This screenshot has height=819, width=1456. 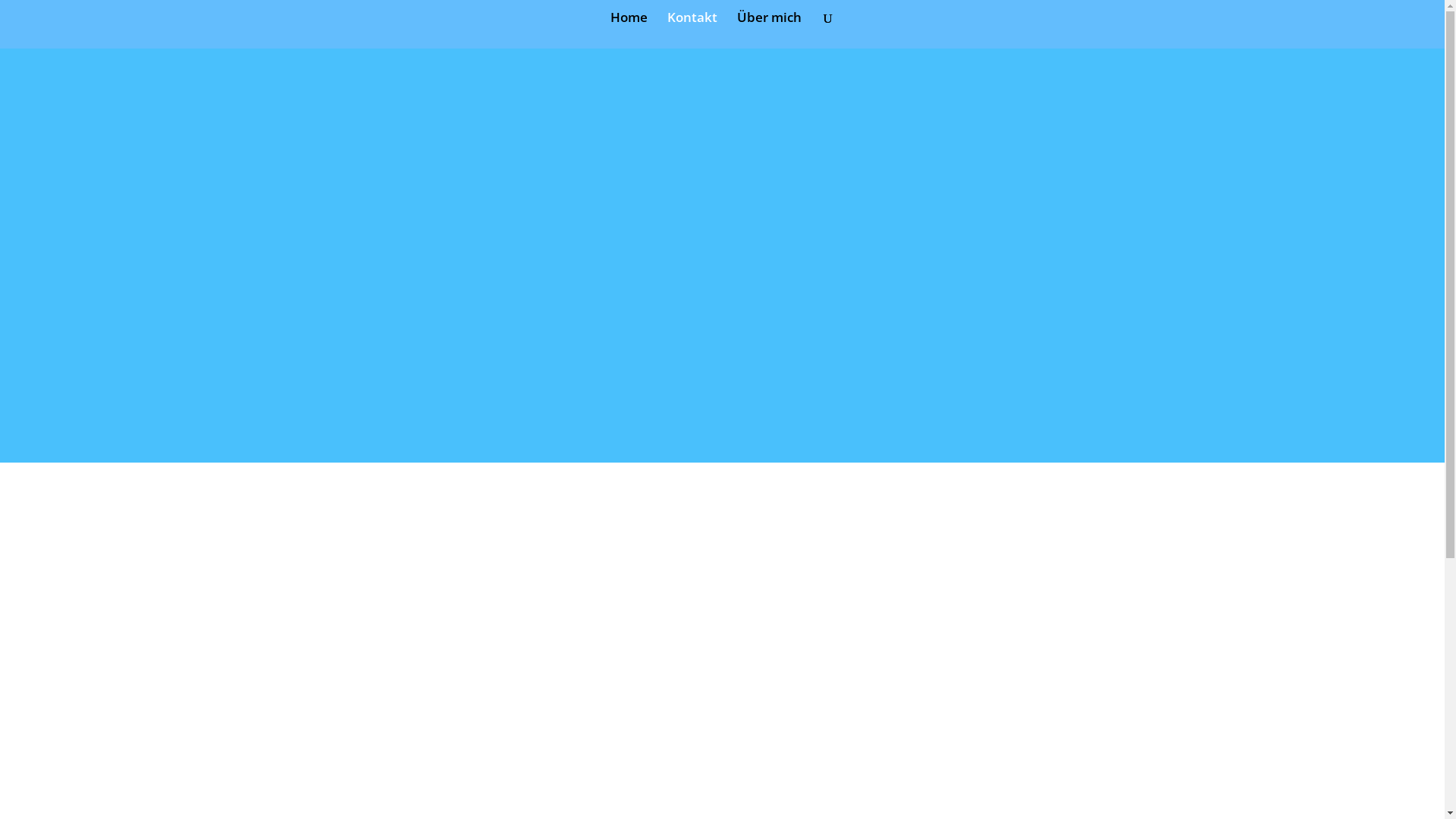 What do you see at coordinates (691, 30) in the screenshot?
I see `'Kontakt'` at bounding box center [691, 30].